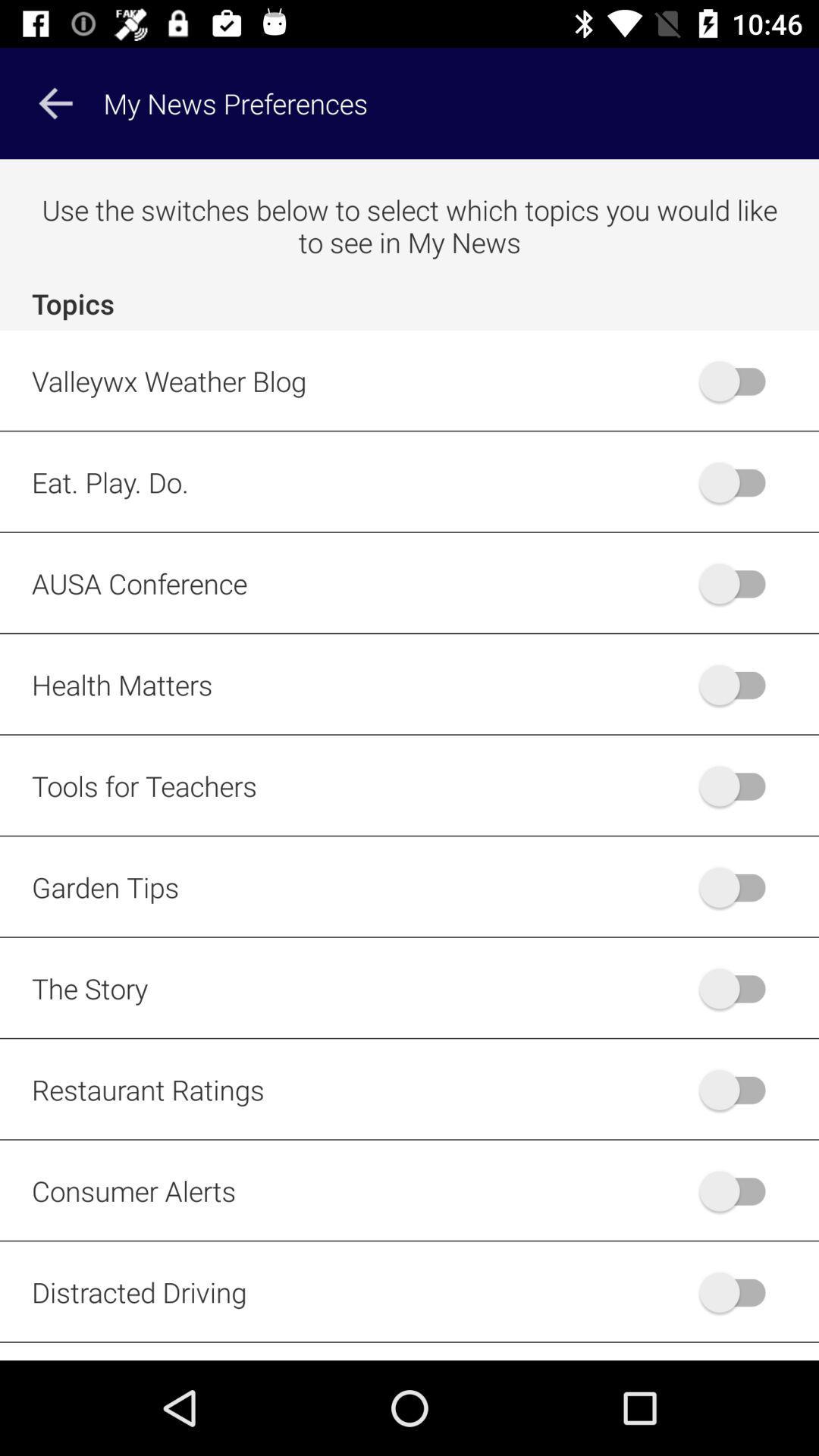 The height and width of the screenshot is (1456, 819). I want to click on volum, so click(739, 786).